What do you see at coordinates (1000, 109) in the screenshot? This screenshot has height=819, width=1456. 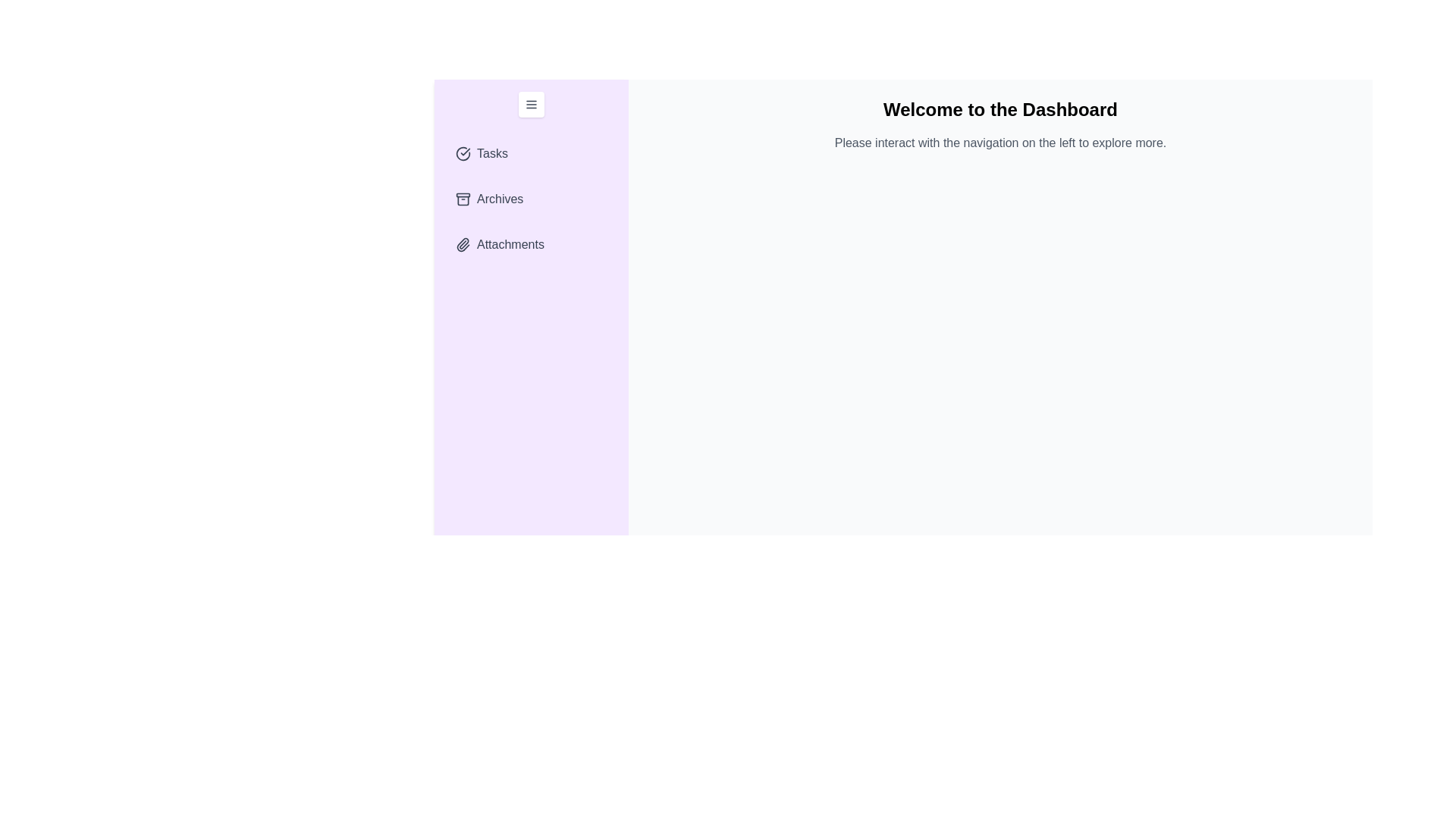 I see `the header text 'Welcome to the Dashboard' to select or focus on it` at bounding box center [1000, 109].